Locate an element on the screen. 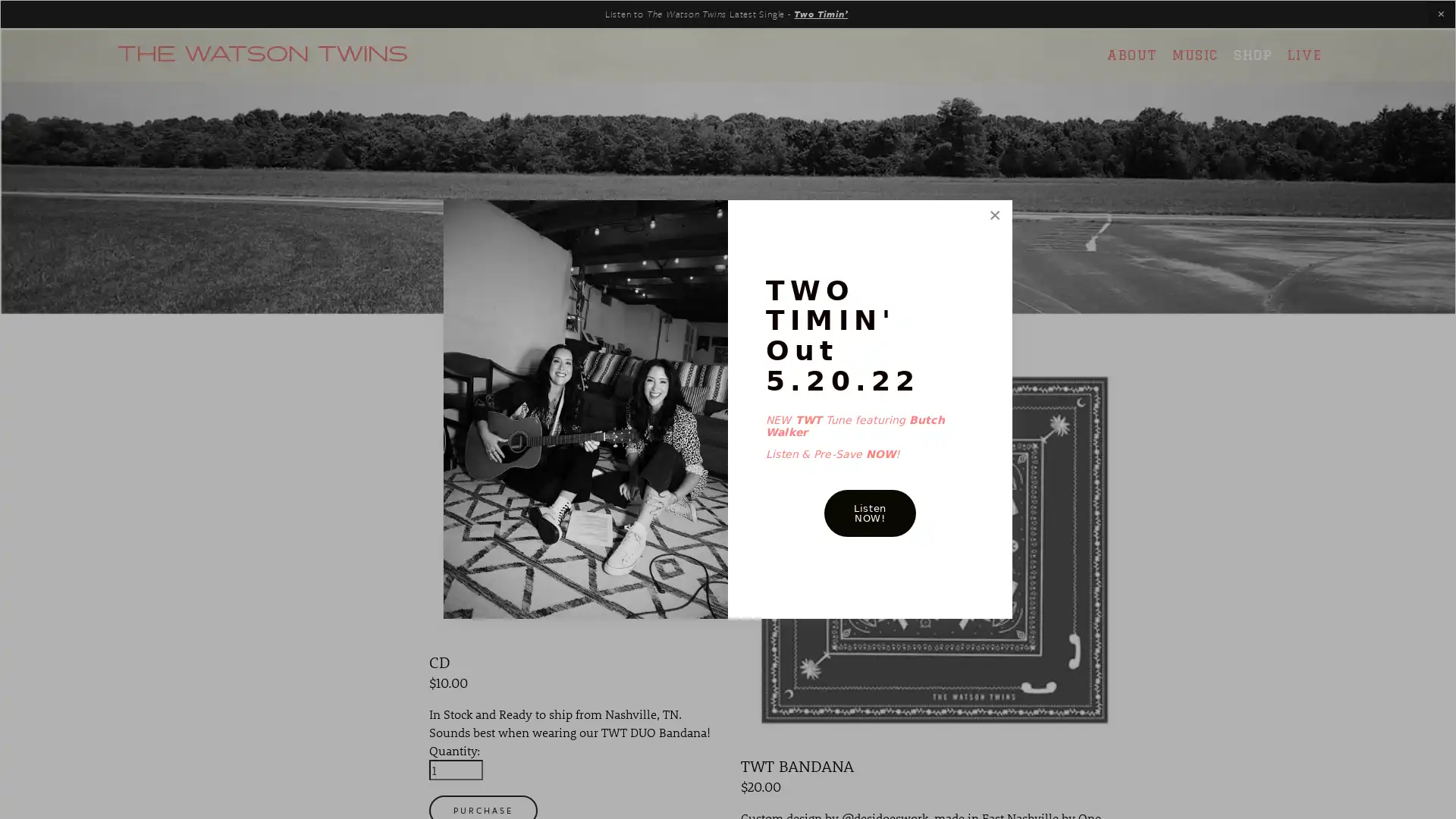 The width and height of the screenshot is (1456, 819). QUICK VIEW is located at coordinates (934, 547).